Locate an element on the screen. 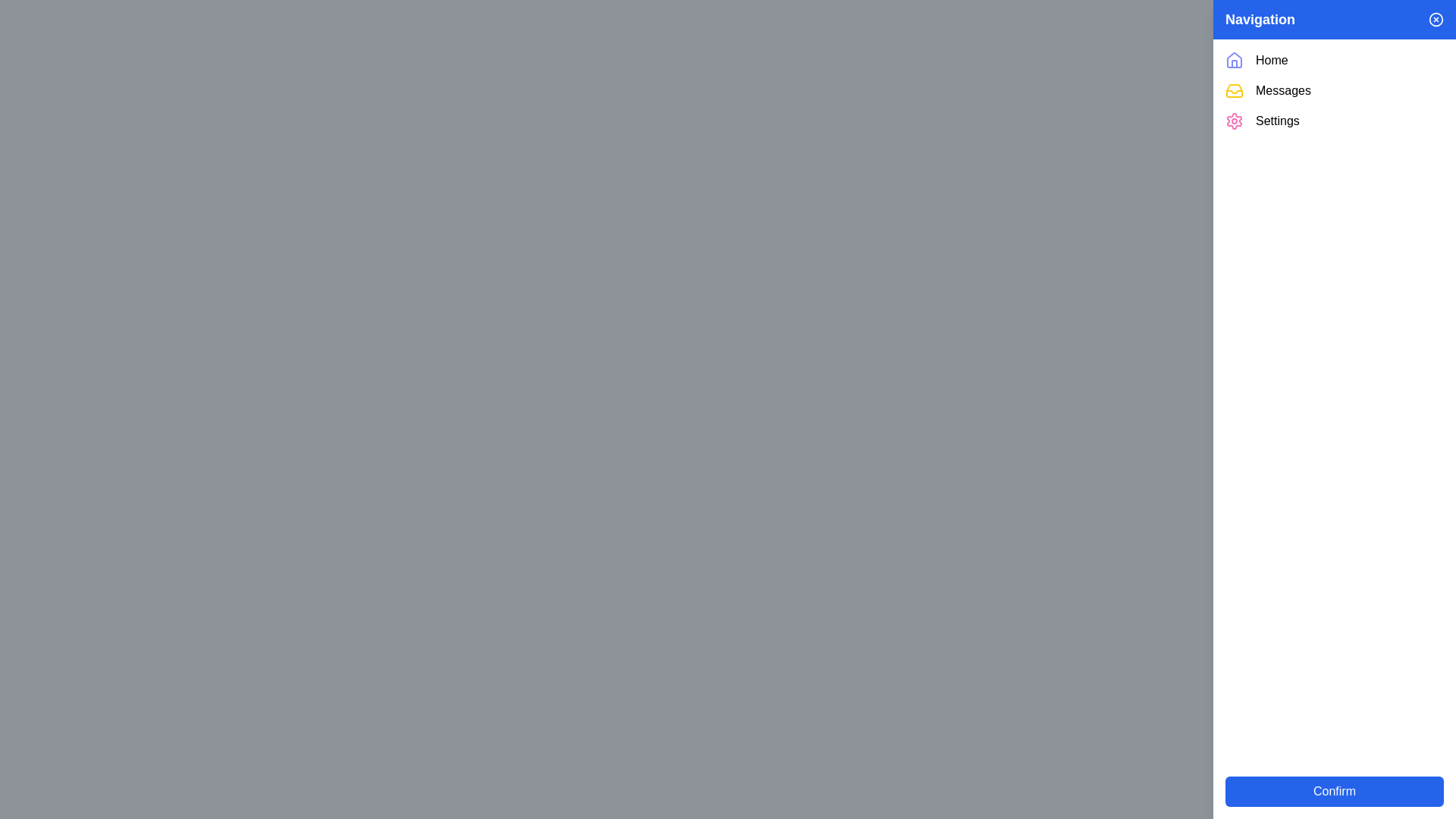  the bold, large-sized static text label reading 'Navigation' in white, which is positioned within a blue rectangular bar at the top-left section of the header is located at coordinates (1260, 20).